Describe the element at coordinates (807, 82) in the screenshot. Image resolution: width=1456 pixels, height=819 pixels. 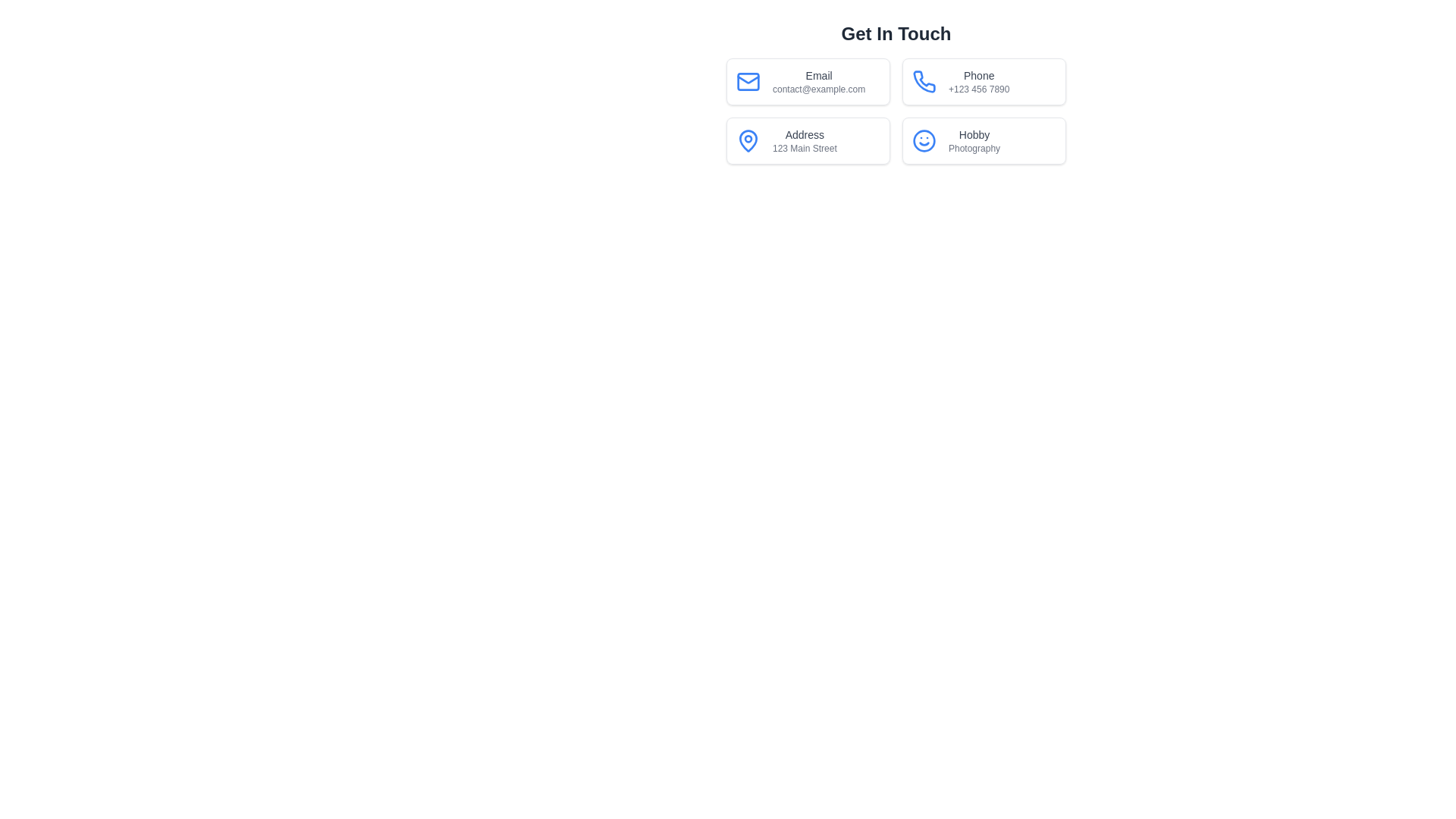
I see `the 'Email' contact information card located at the top-left of the grid layout` at that location.